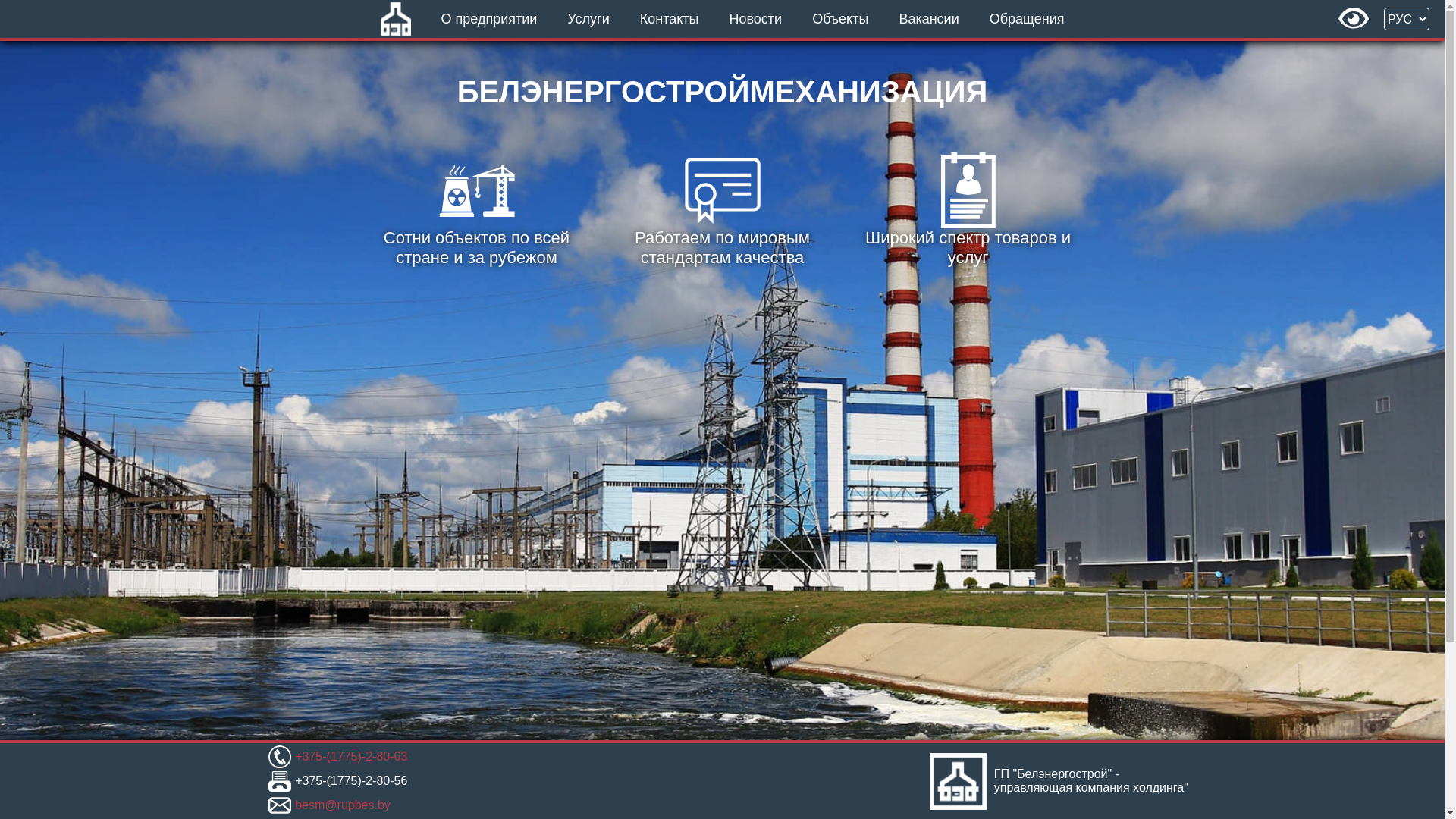 The image size is (1456, 819). I want to click on '+375-(1775)-2-80-63', so click(350, 757).